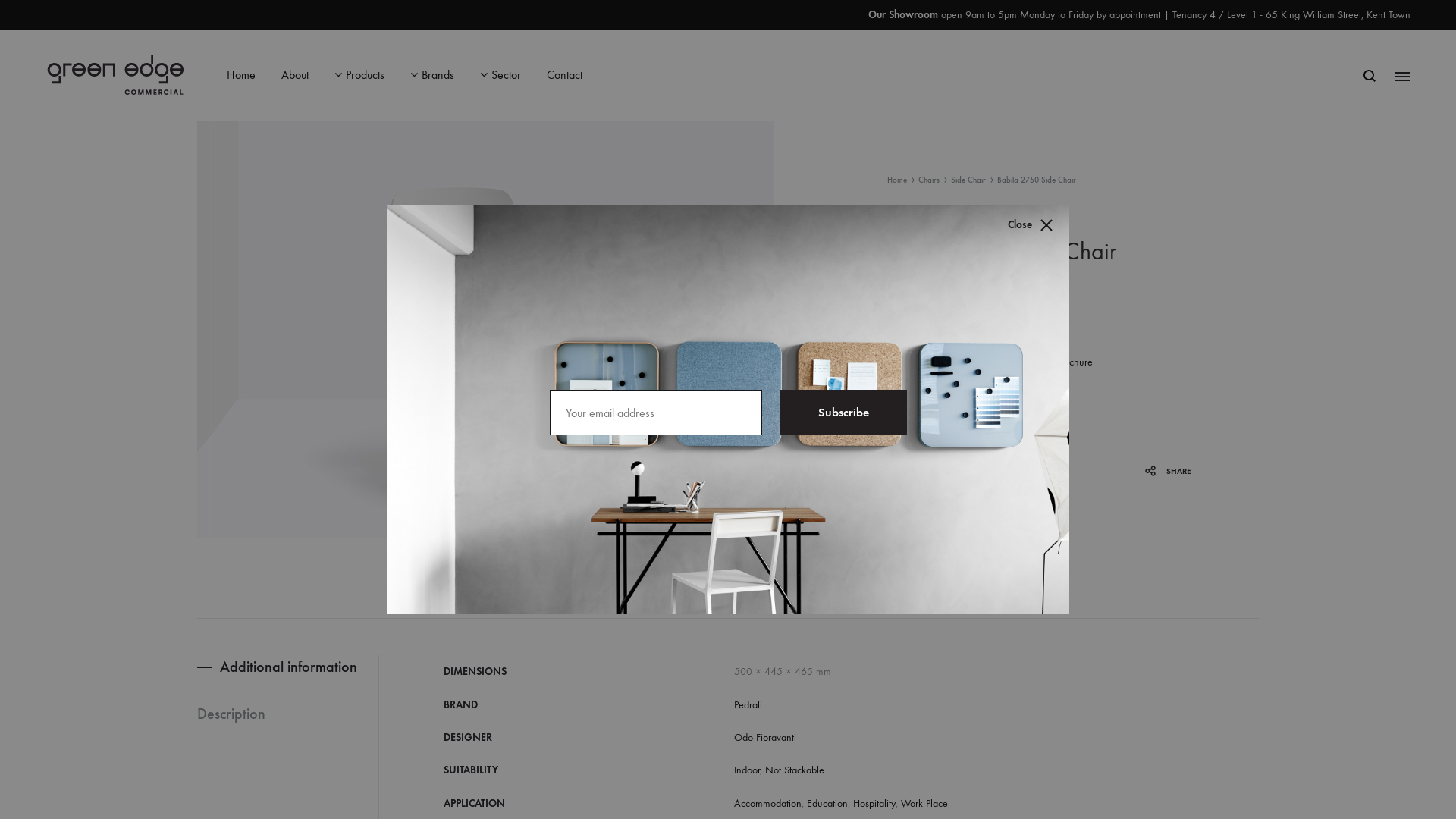 Image resolution: width=1456 pixels, height=819 pixels. What do you see at coordinates (334, 75) in the screenshot?
I see `'Products'` at bounding box center [334, 75].